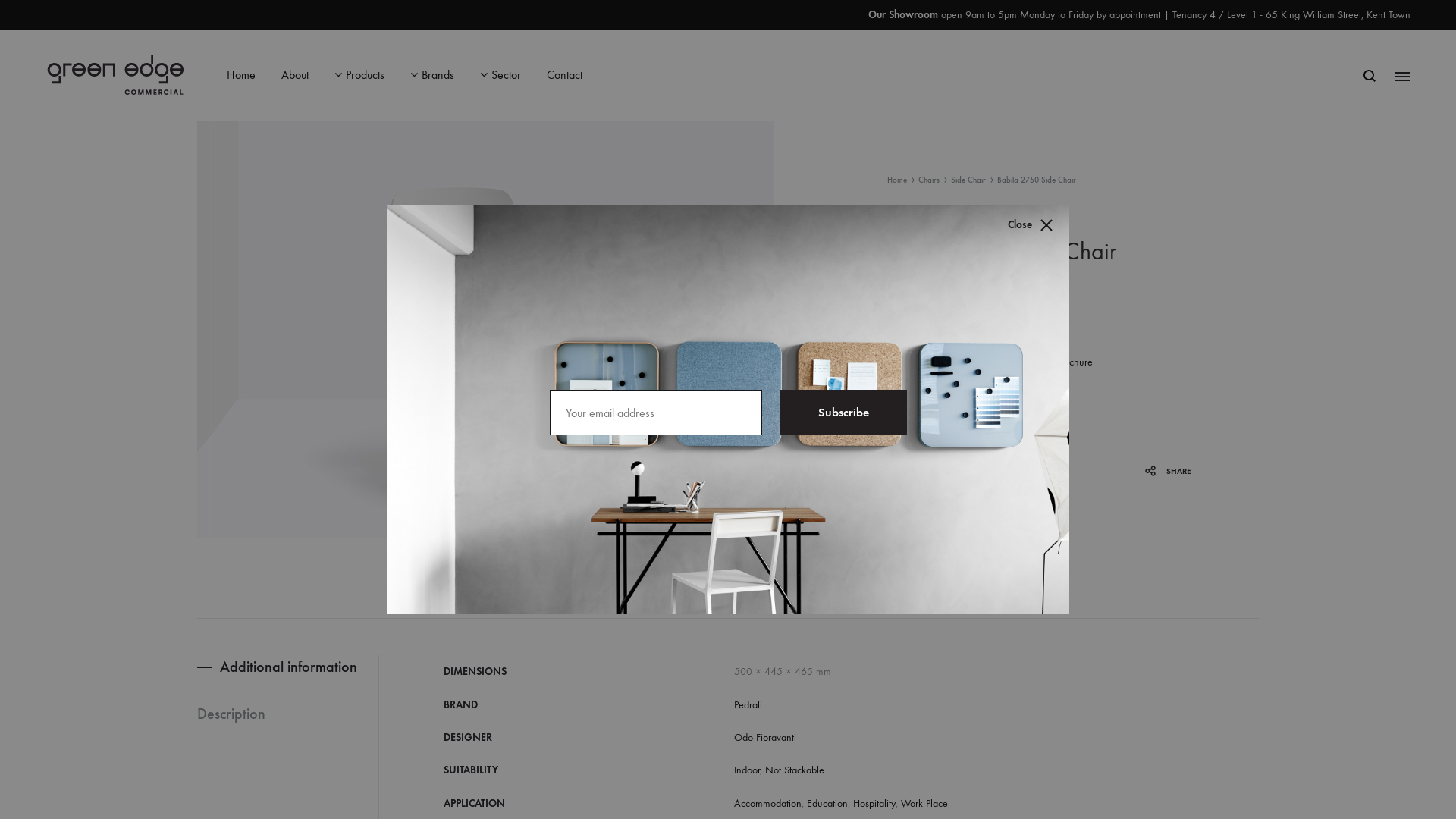 Image resolution: width=1456 pixels, height=819 pixels. What do you see at coordinates (334, 75) in the screenshot?
I see `'Products'` at bounding box center [334, 75].